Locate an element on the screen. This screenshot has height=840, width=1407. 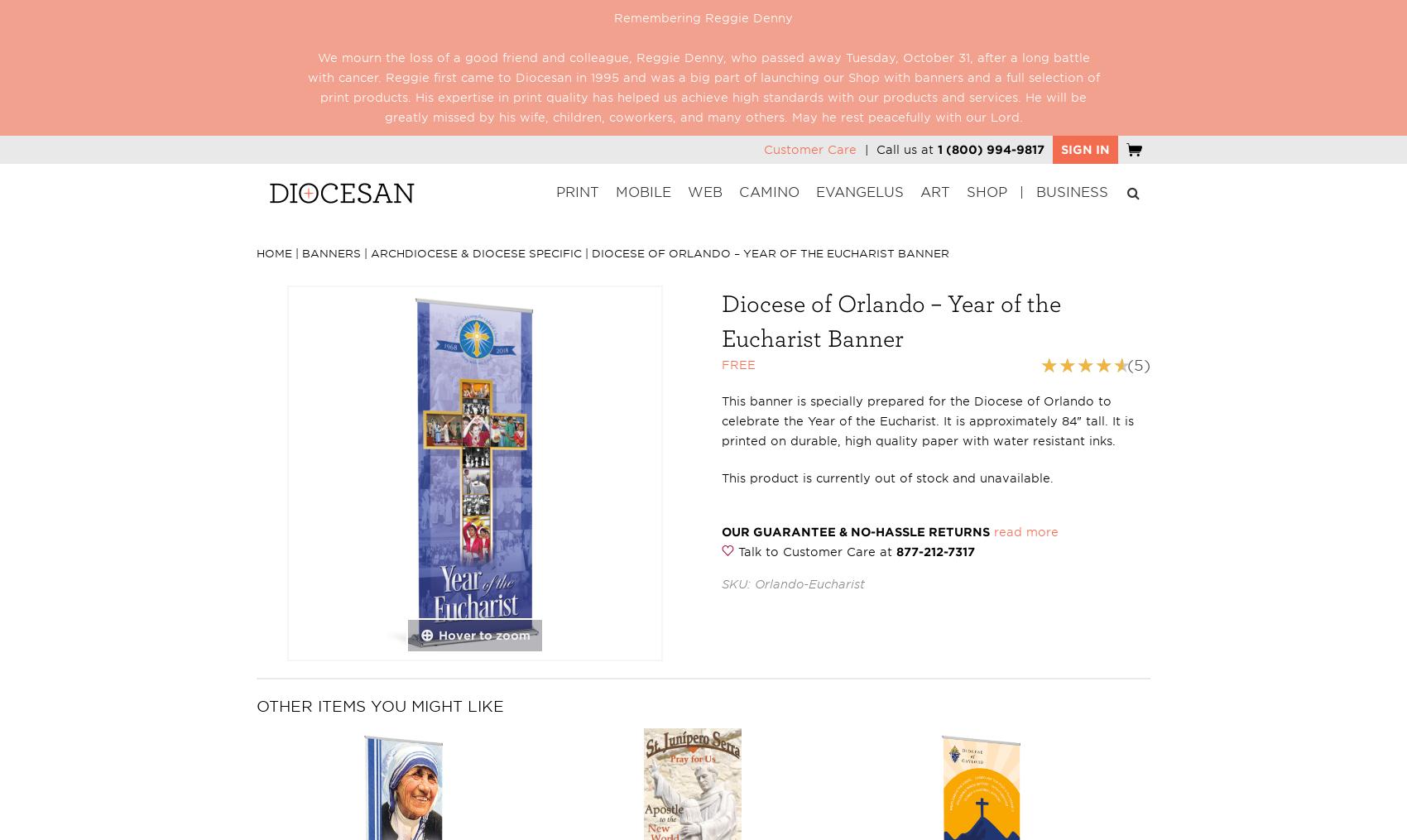
'Camino' is located at coordinates (769, 192).